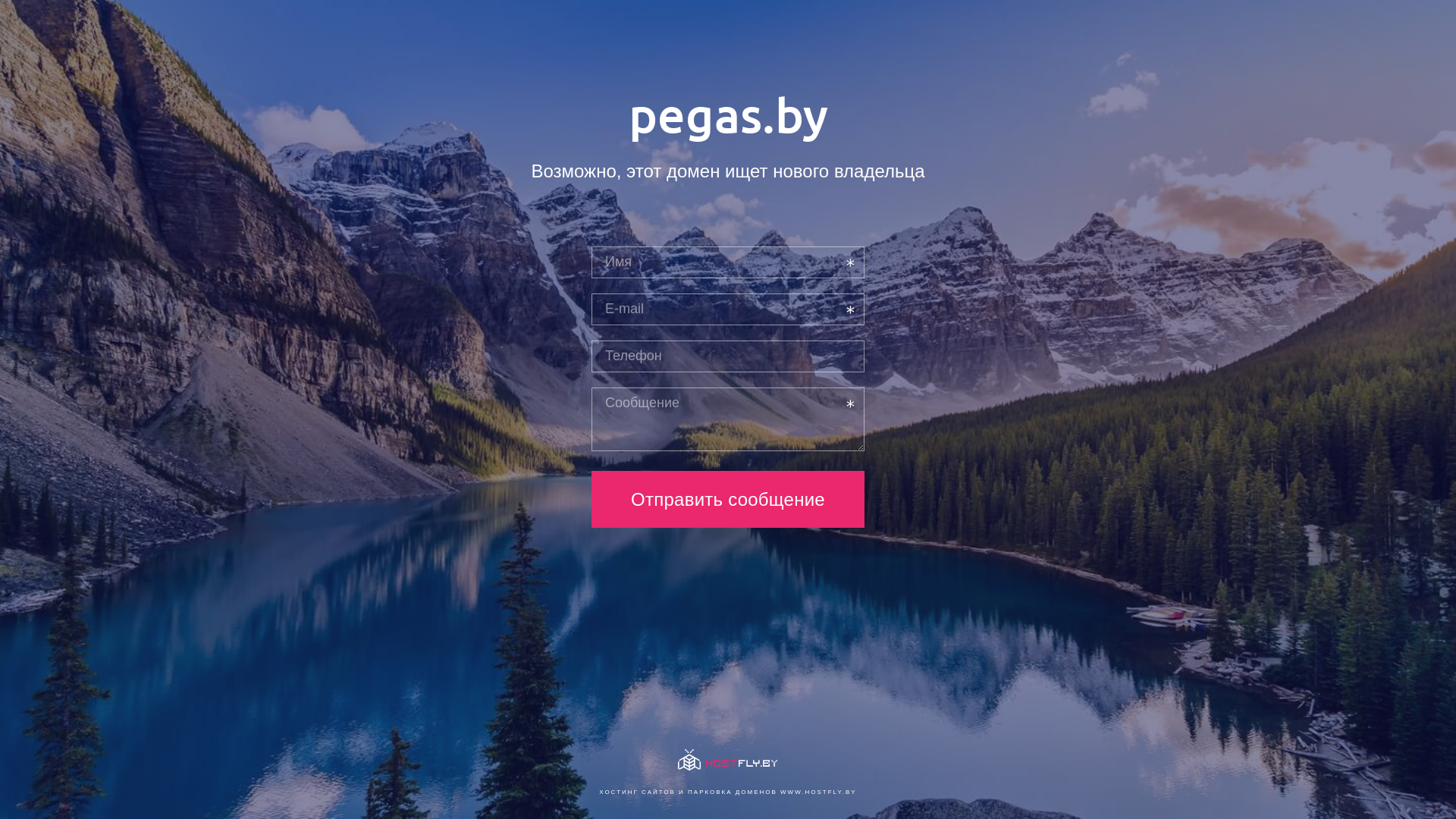 The width and height of the screenshot is (1456, 819). I want to click on 'WWW.HOSTFLY.BY', so click(817, 791).